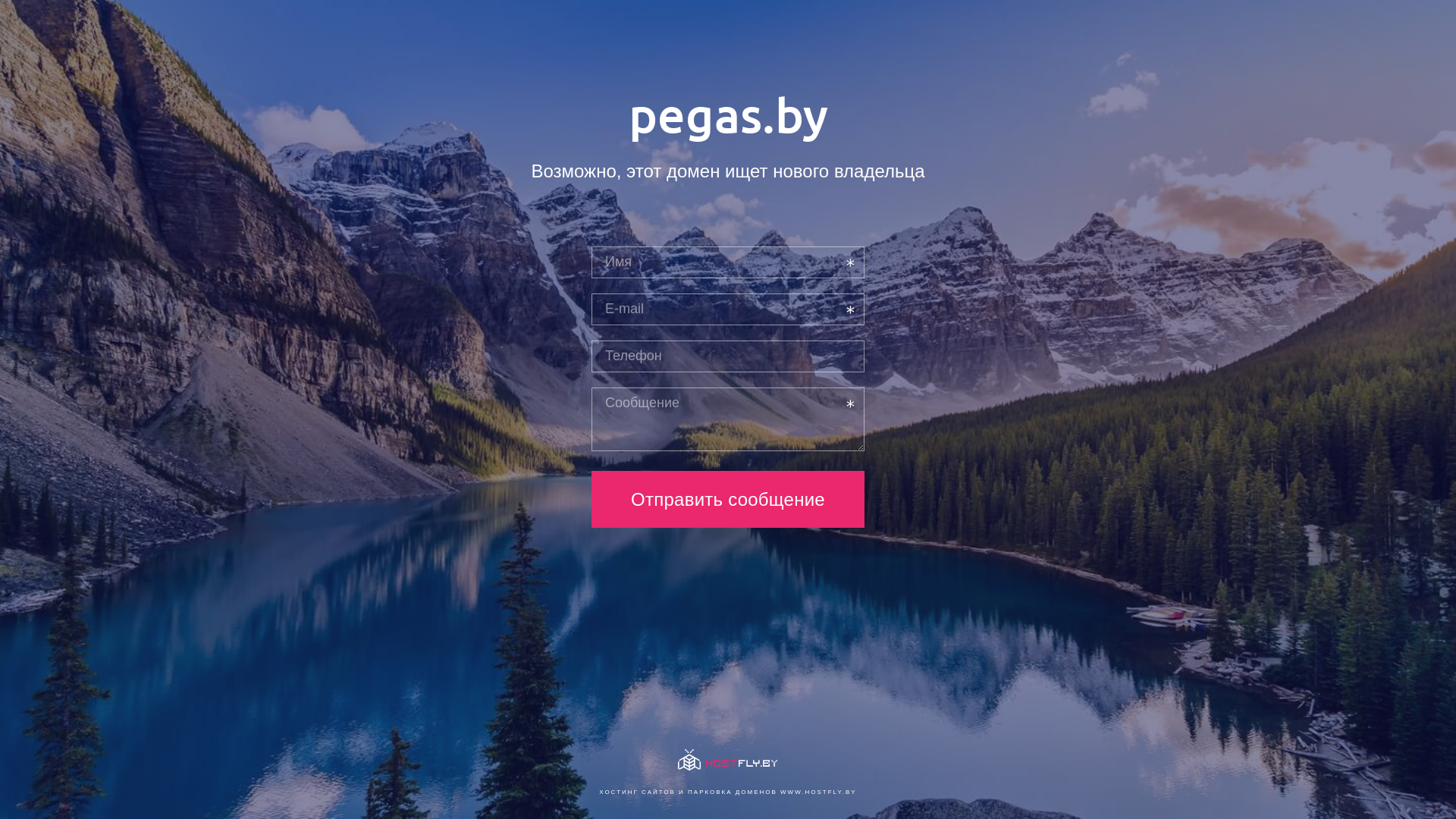 The width and height of the screenshot is (1456, 819). I want to click on 'WWW.HOSTFLY.BY', so click(817, 791).